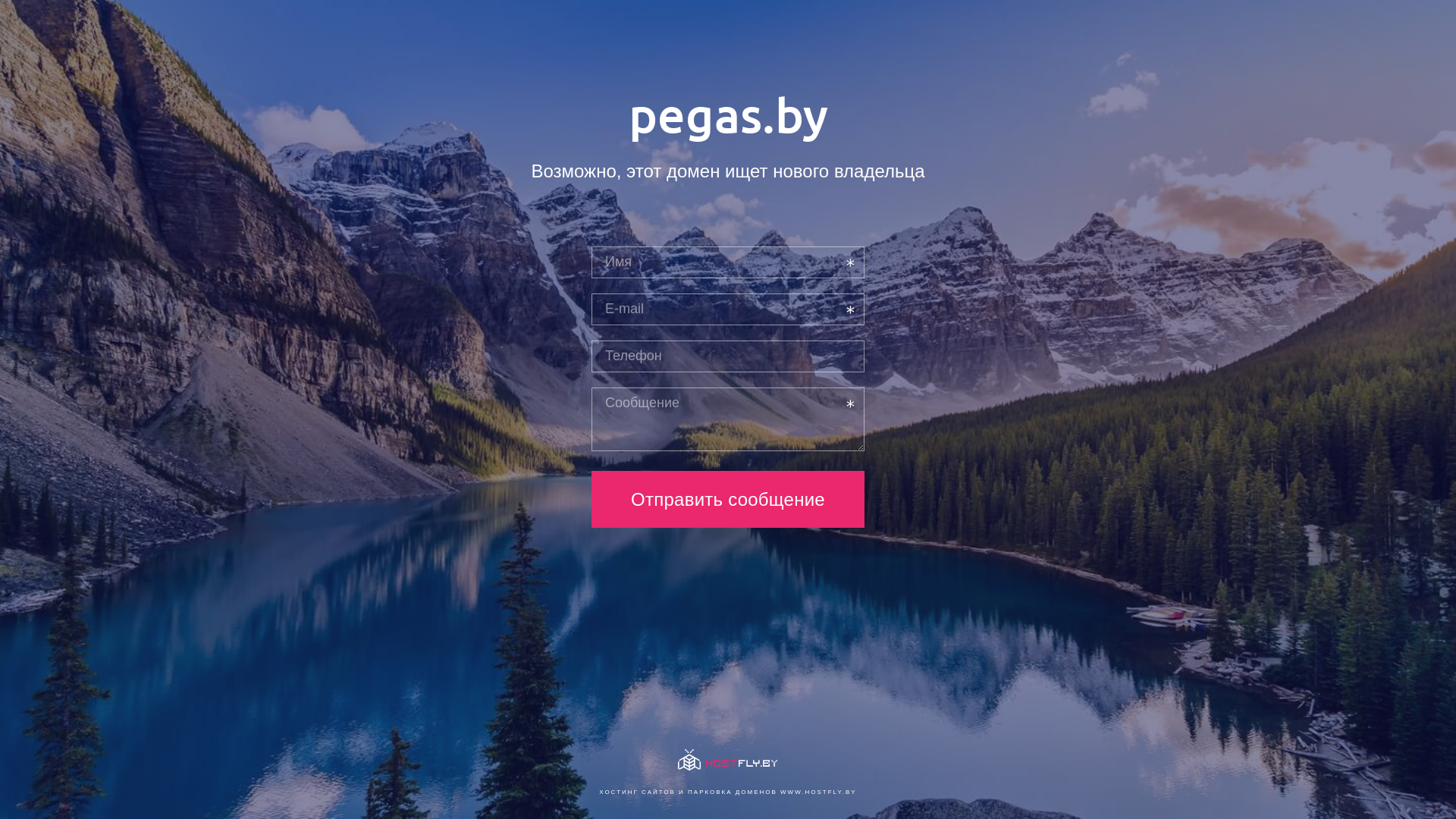 The width and height of the screenshot is (1456, 819). I want to click on 'WWW.HOSTFLY.BY', so click(817, 791).